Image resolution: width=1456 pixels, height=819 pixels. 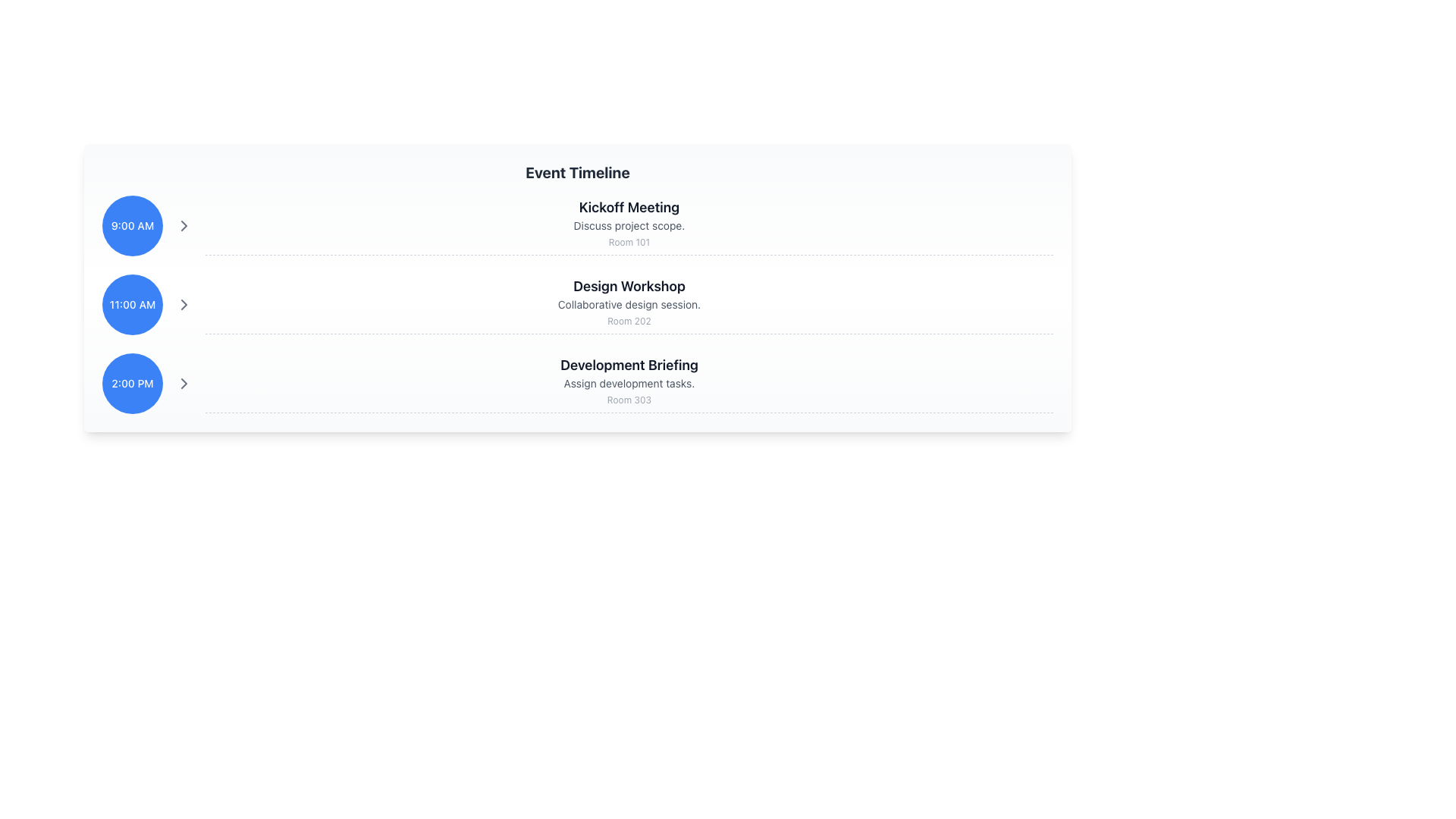 I want to click on the label displaying '9:00 AM', which is styled with a small font and is positioned within a blue circular background, located in the upper-left segment of the schedule display, so click(x=132, y=225).